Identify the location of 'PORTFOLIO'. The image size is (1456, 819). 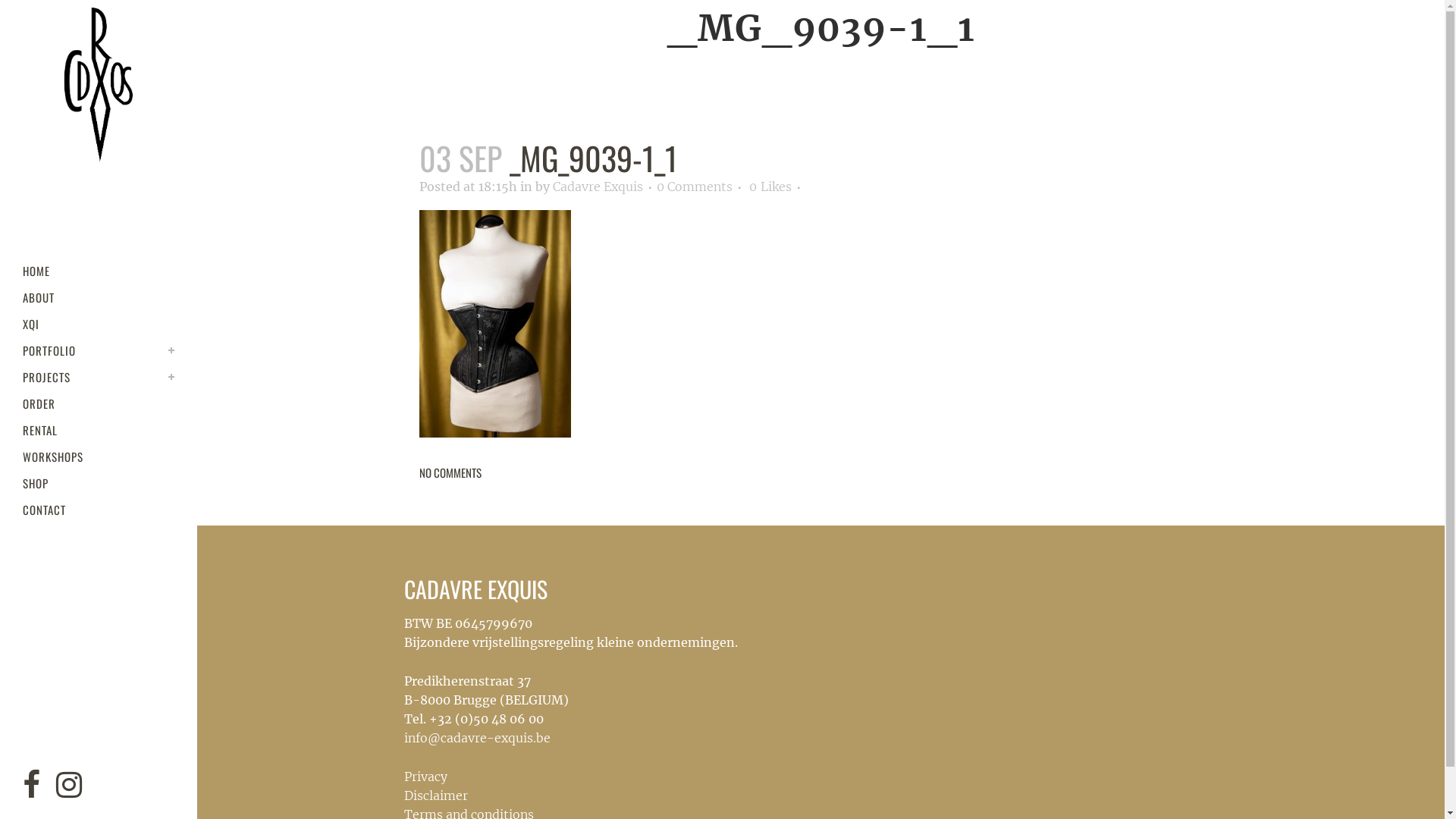
(97, 350).